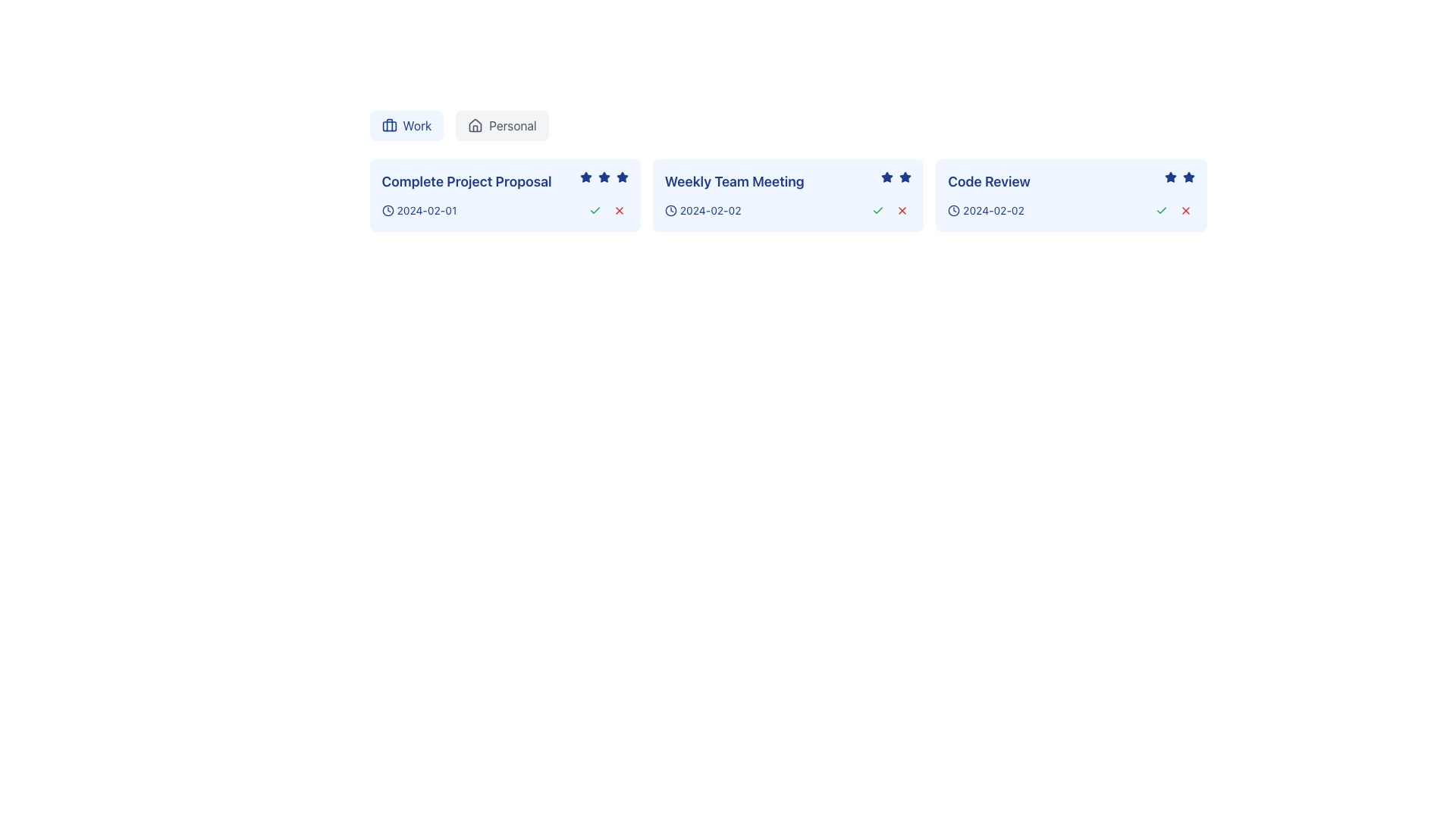 The height and width of the screenshot is (819, 1456). I want to click on the small red 'X' button located at the top-right corner of the 'Code Review' card, so click(1185, 210).